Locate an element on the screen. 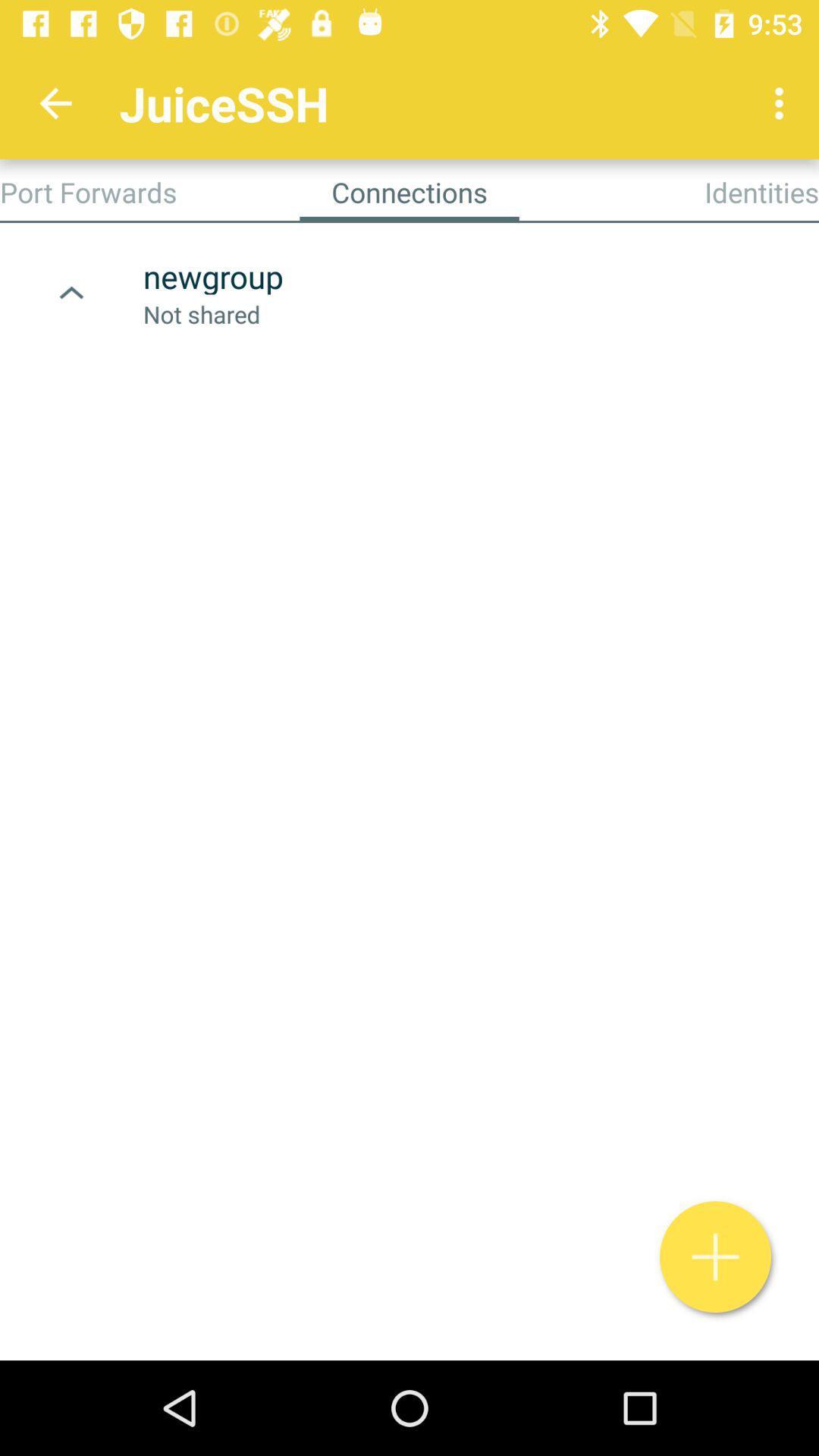  the add icon is located at coordinates (715, 1257).